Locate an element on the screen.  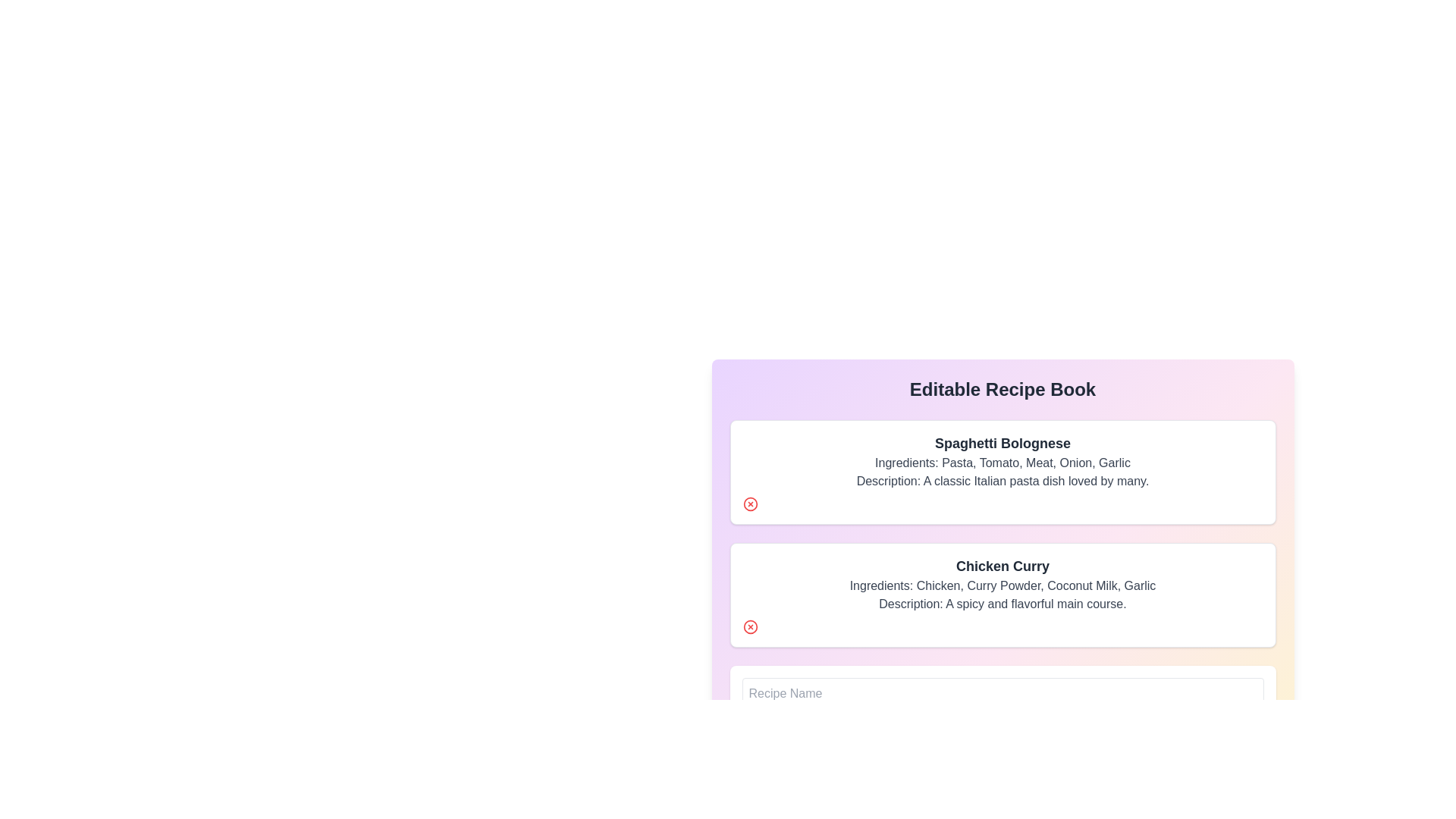
the deletion button located to the left of the 'Chicken Curry' recipe text block is located at coordinates (750, 626).